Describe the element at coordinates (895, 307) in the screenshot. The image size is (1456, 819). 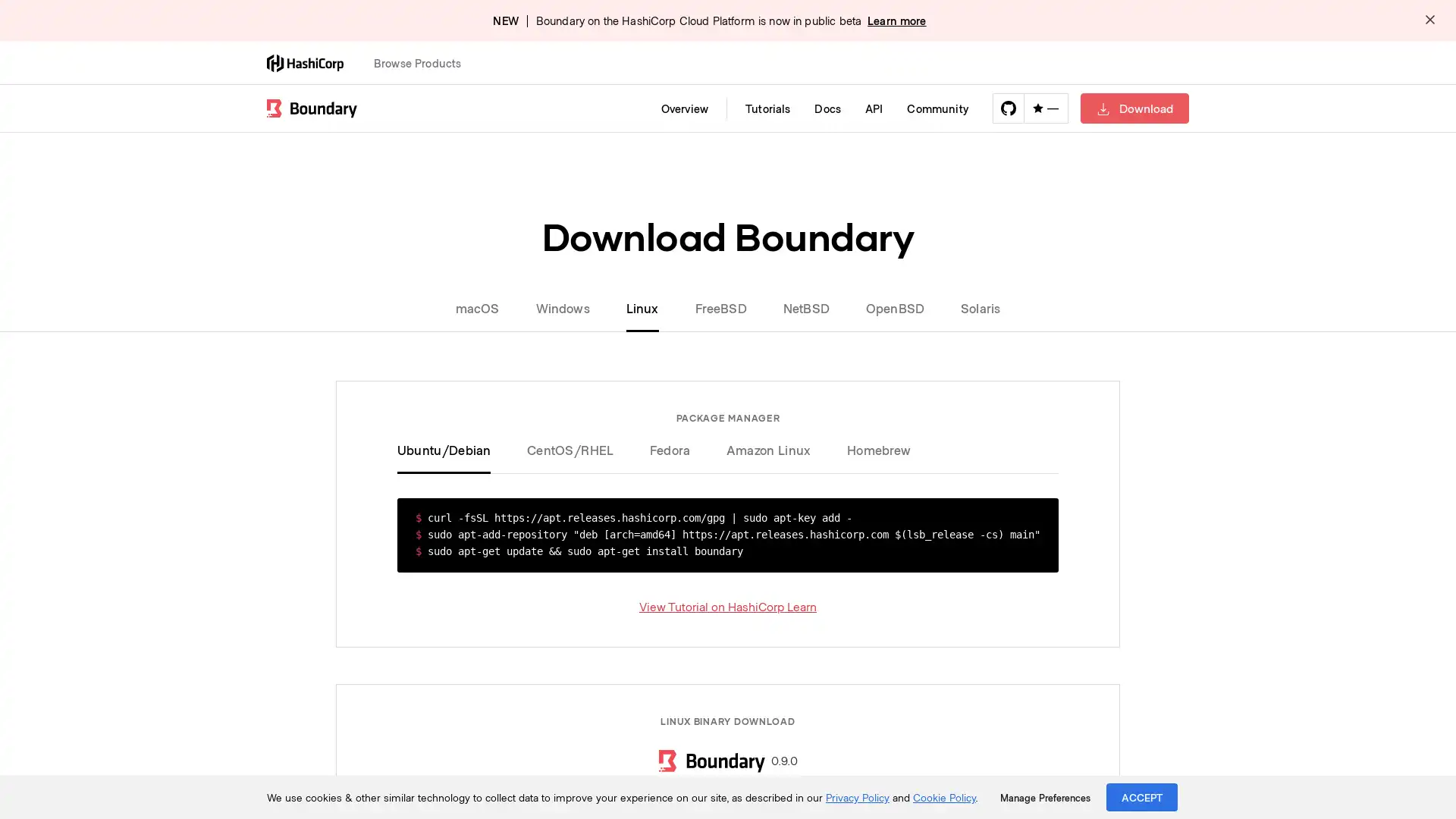
I see `OpenBSD` at that location.